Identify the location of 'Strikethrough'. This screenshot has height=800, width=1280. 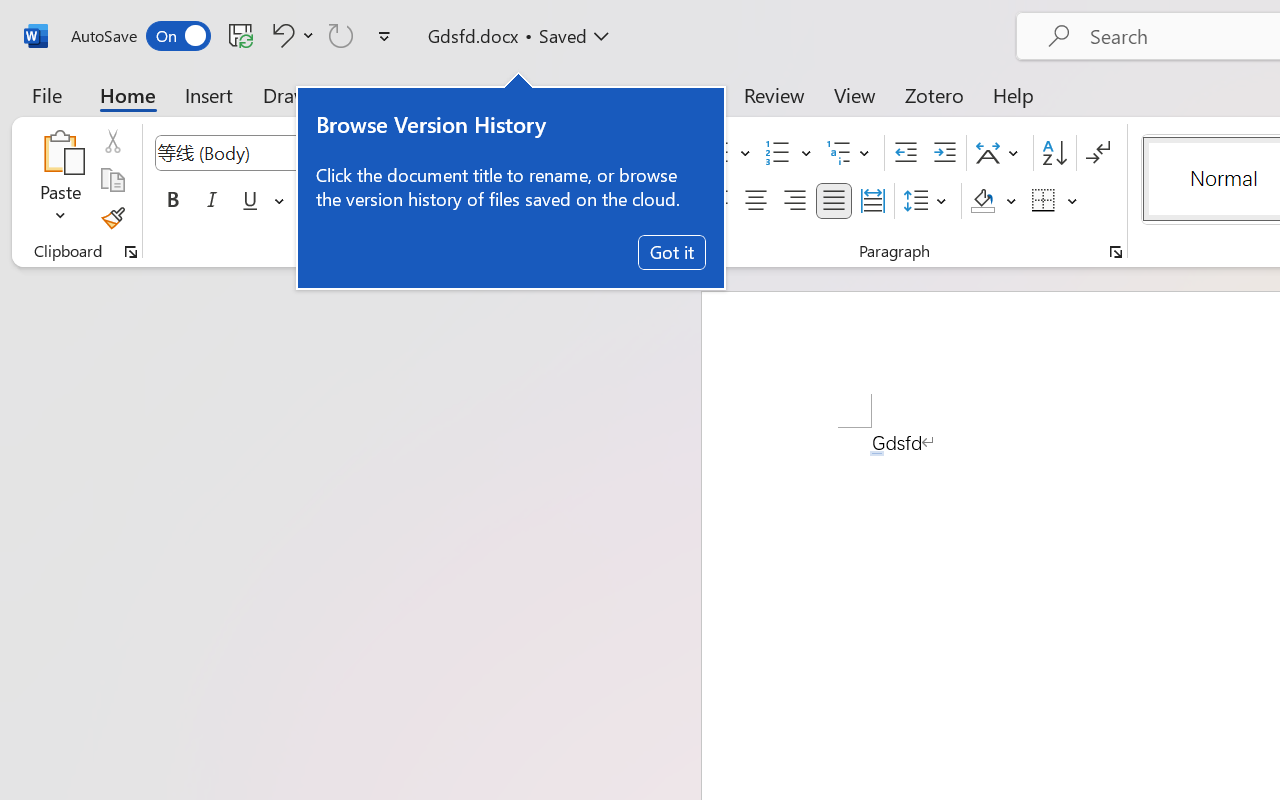
(311, 201).